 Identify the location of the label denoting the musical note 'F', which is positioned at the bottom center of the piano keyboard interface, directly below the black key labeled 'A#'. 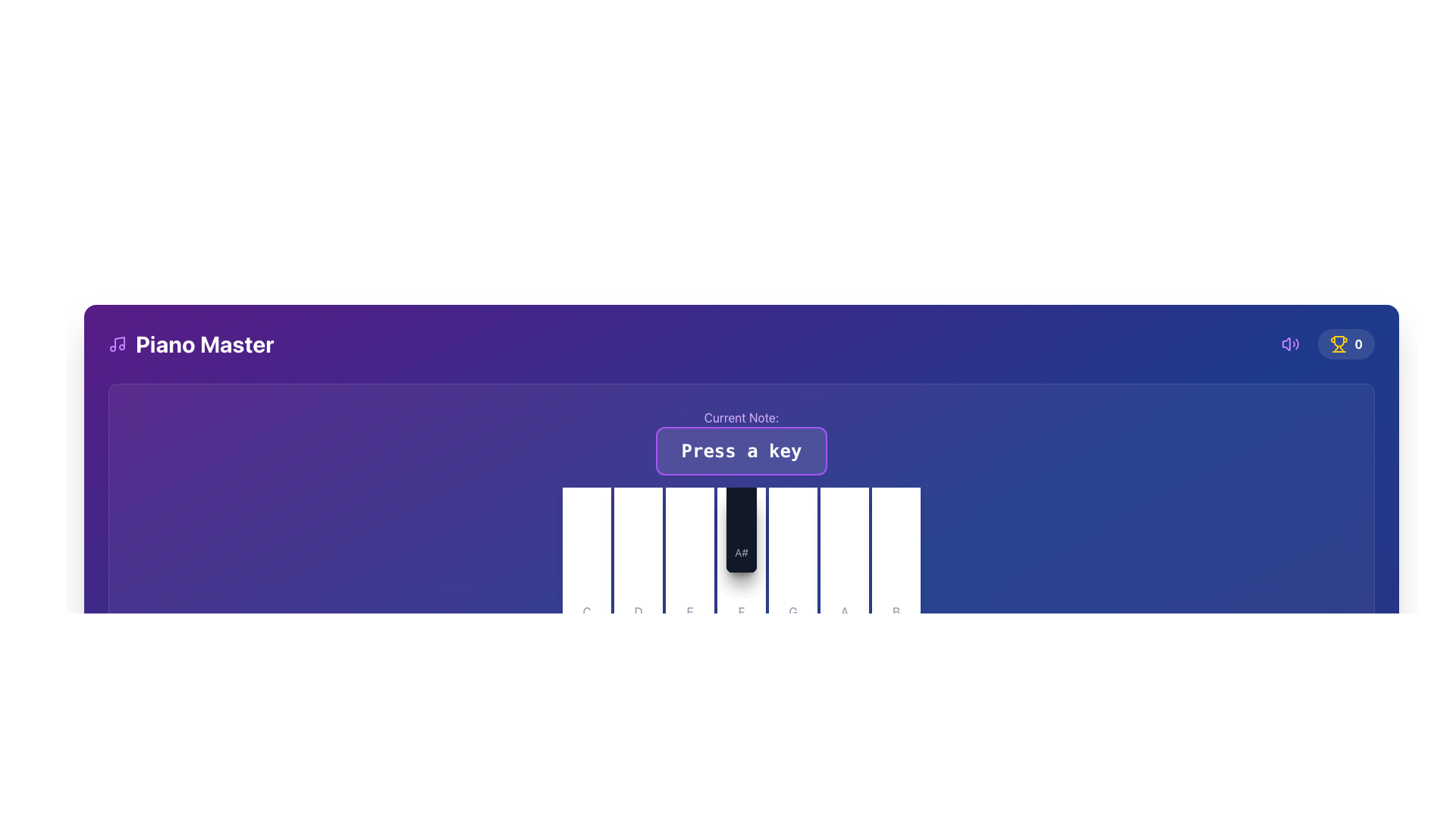
(742, 610).